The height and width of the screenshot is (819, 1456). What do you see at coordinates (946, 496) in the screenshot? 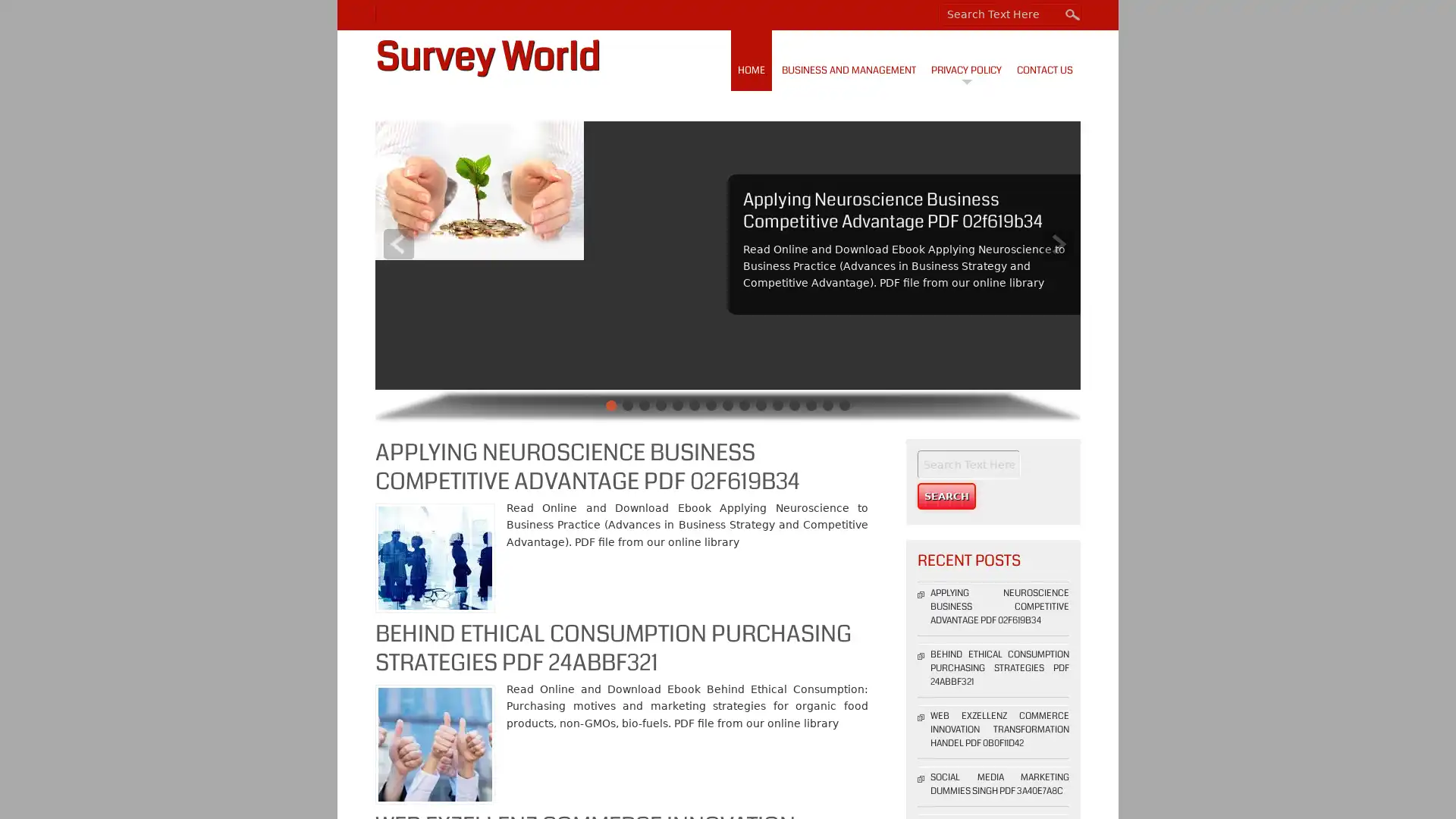
I see `Search` at bounding box center [946, 496].